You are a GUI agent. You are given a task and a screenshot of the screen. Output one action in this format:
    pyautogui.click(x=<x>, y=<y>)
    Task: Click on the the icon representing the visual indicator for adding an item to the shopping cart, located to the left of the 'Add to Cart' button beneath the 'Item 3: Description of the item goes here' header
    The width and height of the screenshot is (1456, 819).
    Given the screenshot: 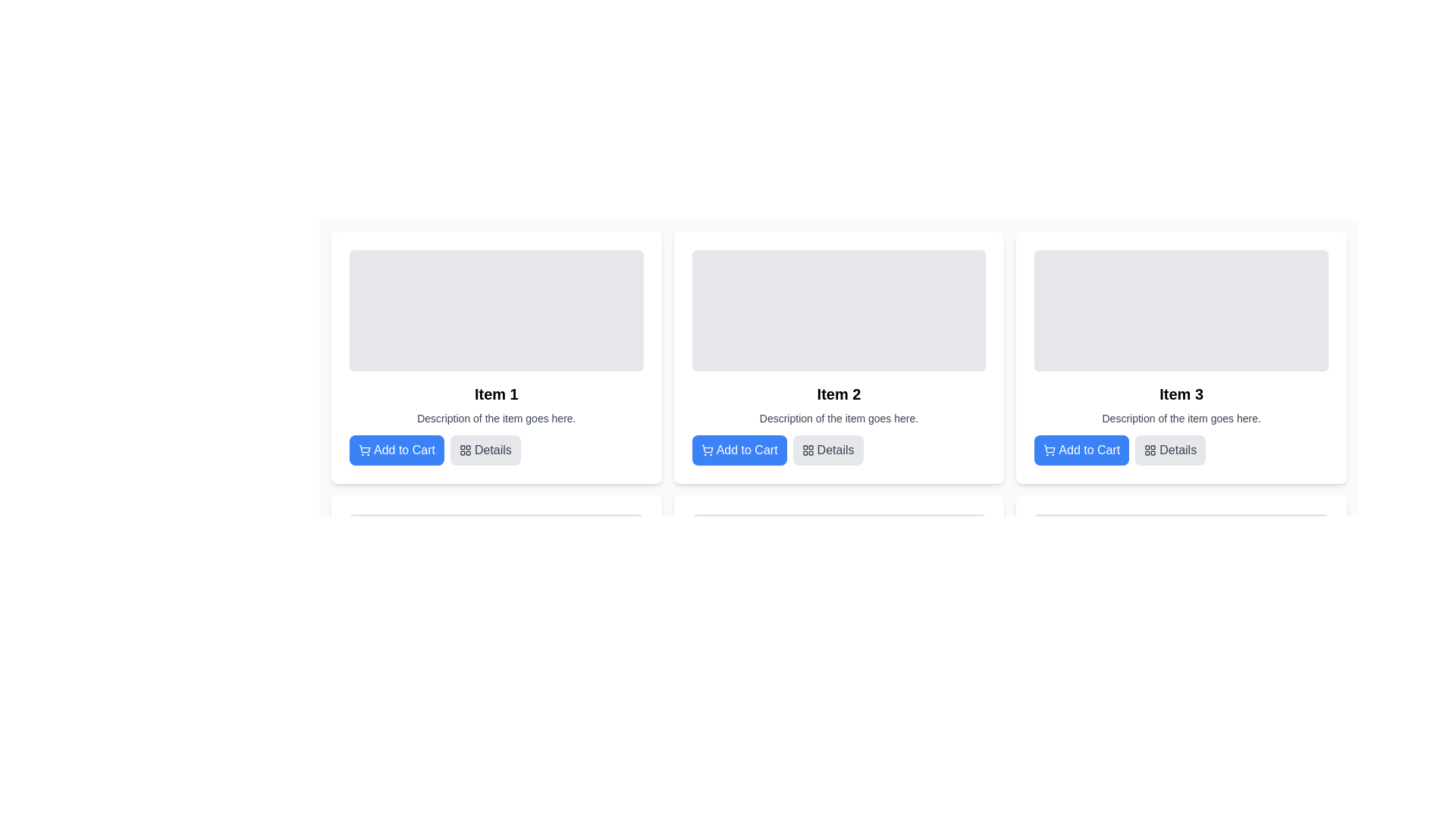 What is the action you would take?
    pyautogui.click(x=1049, y=450)
    